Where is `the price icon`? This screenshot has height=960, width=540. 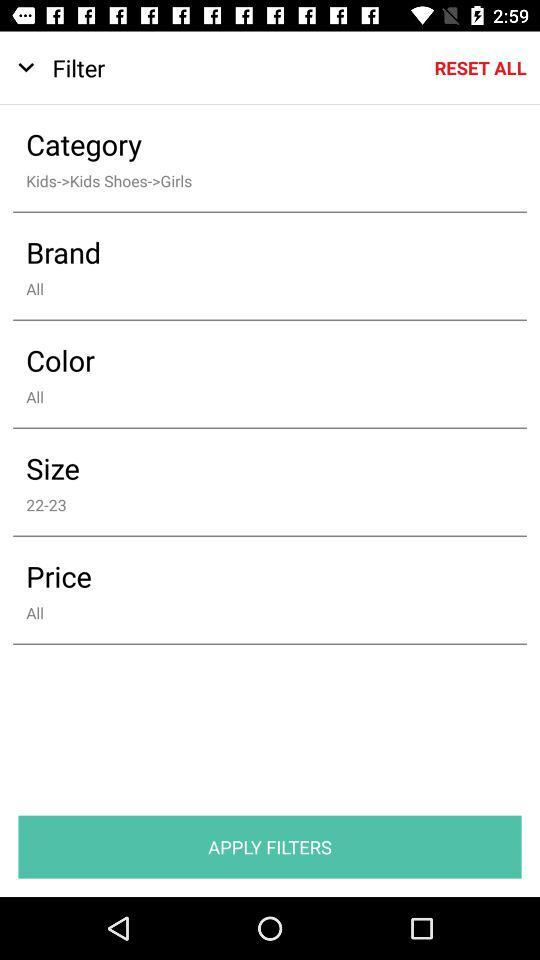 the price icon is located at coordinates (256, 576).